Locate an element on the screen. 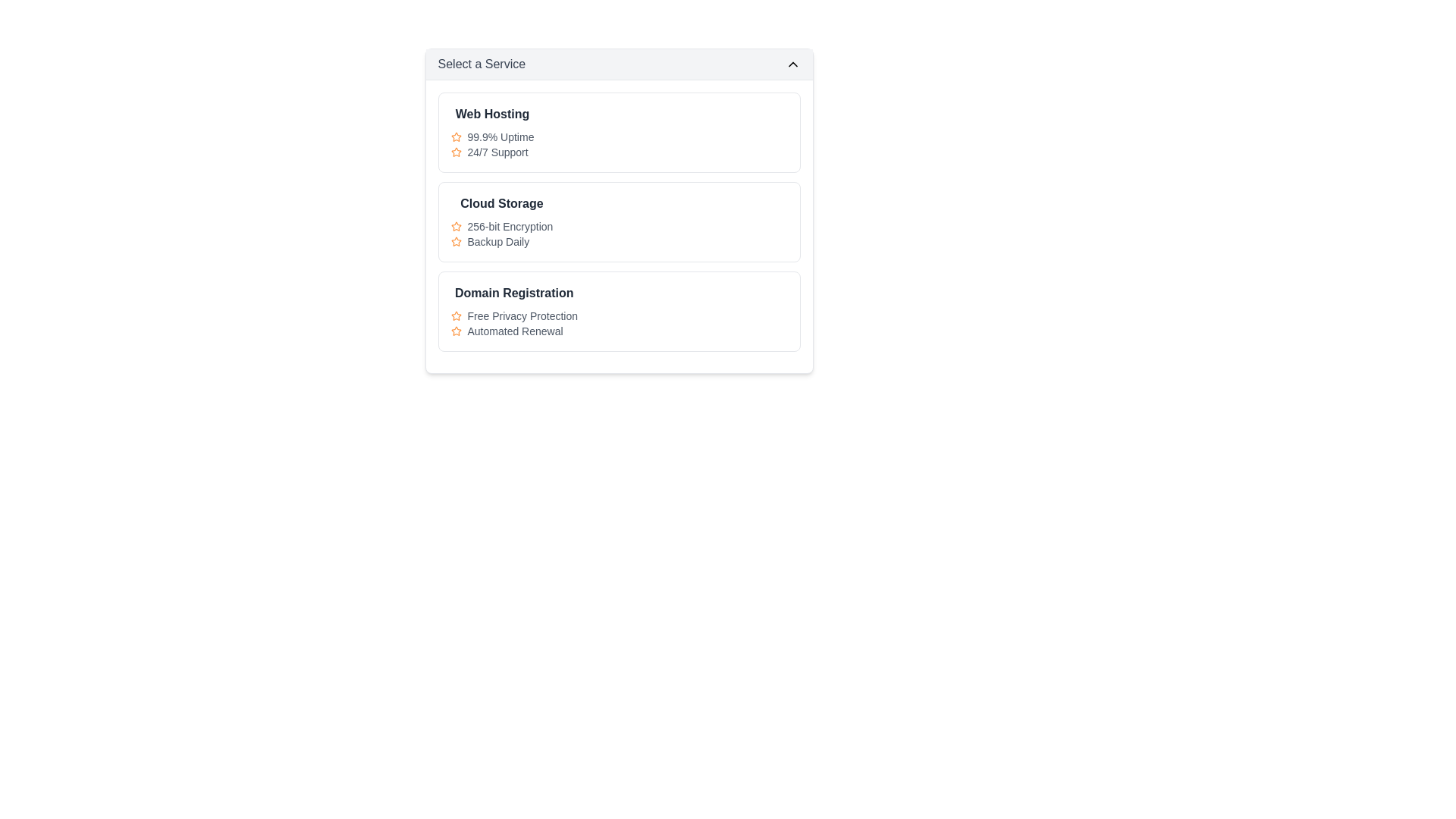  the Text block with icons under the 'Domain Registration' heading, which includes descriptions for 'Free Privacy Protection' and 'Automated Renewal', to inspect its details is located at coordinates (514, 311).